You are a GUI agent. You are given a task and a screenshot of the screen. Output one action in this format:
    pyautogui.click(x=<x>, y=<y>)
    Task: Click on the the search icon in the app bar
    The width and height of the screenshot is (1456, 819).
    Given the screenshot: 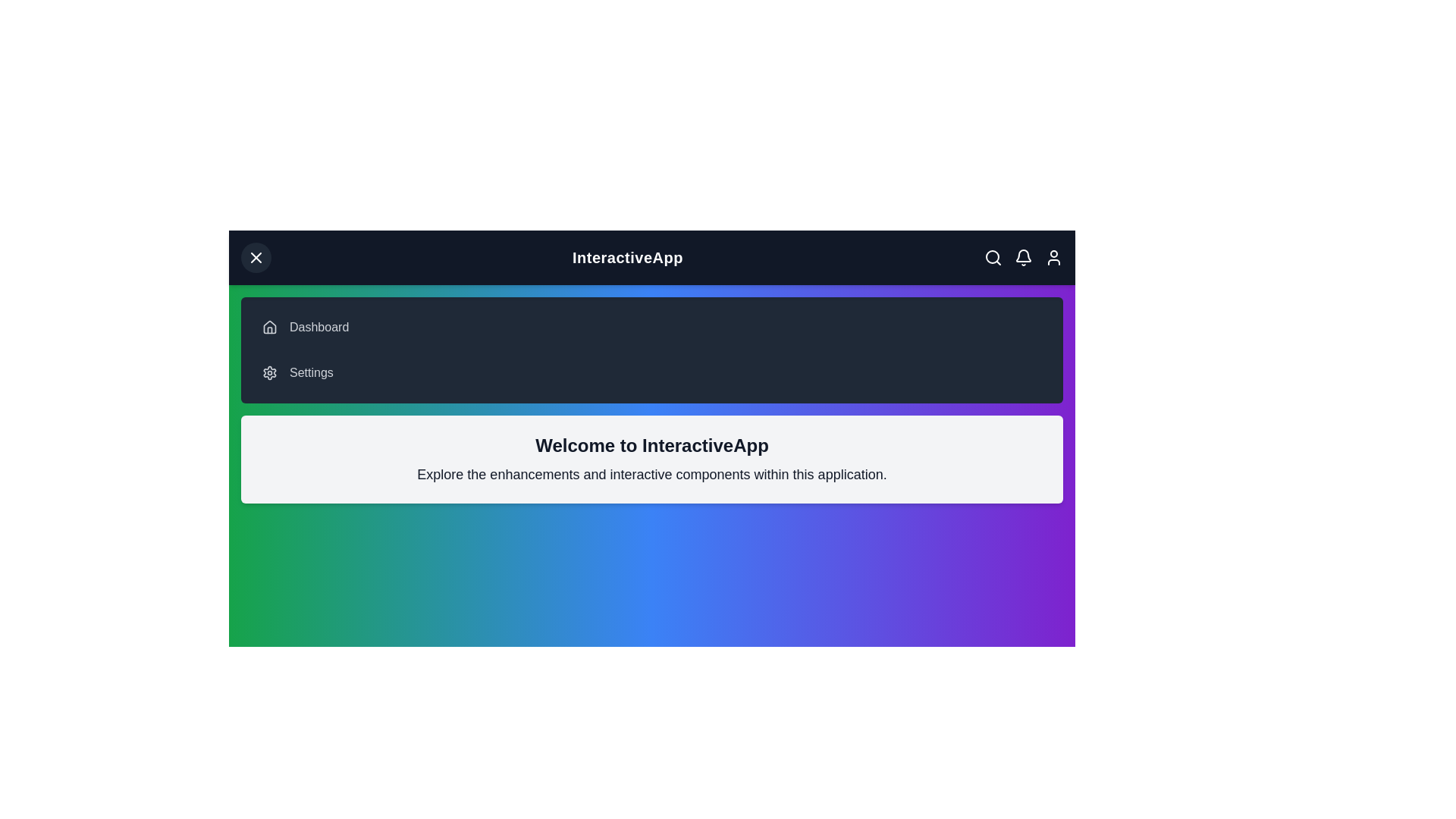 What is the action you would take?
    pyautogui.click(x=993, y=256)
    